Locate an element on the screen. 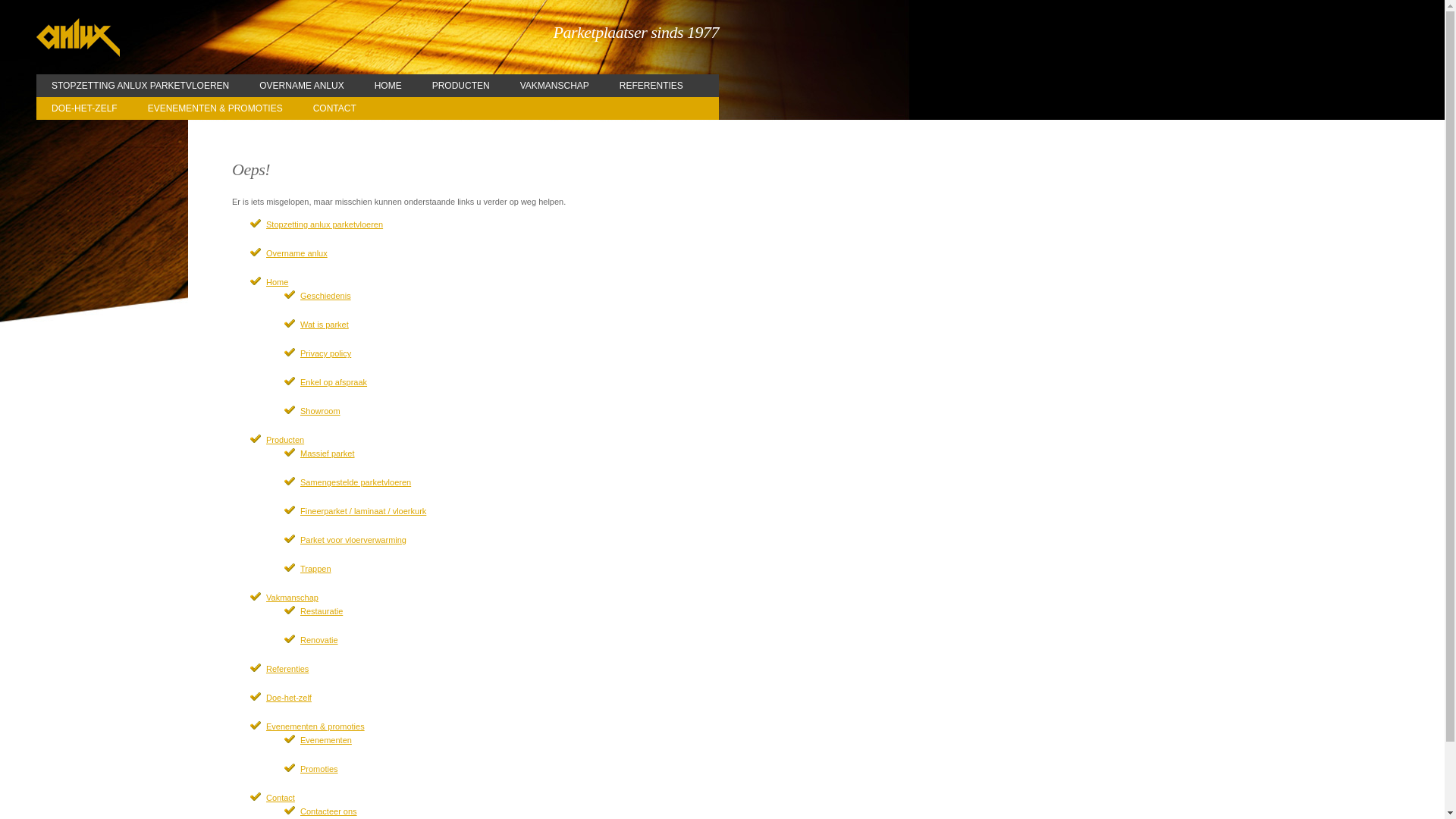 The width and height of the screenshot is (1456, 819). 'STOPZETTING ANLUX PARKETVLOEREN' is located at coordinates (140, 85).